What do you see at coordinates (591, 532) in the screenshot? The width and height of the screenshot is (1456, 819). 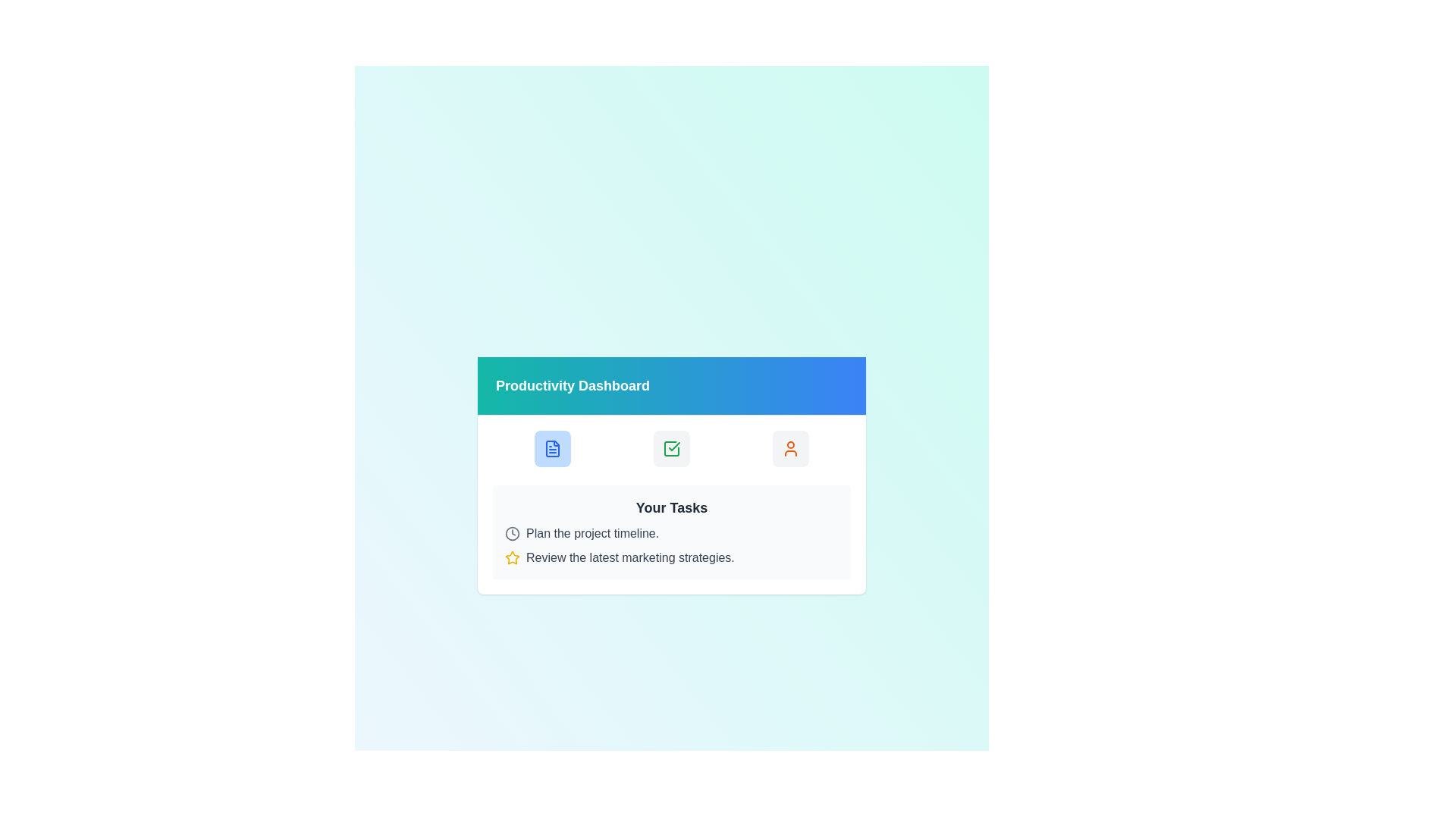 I see `text content of the label displaying the description or title of a task located in the 'Your Tasks' section, positioned to the right of a clock icon` at bounding box center [591, 532].